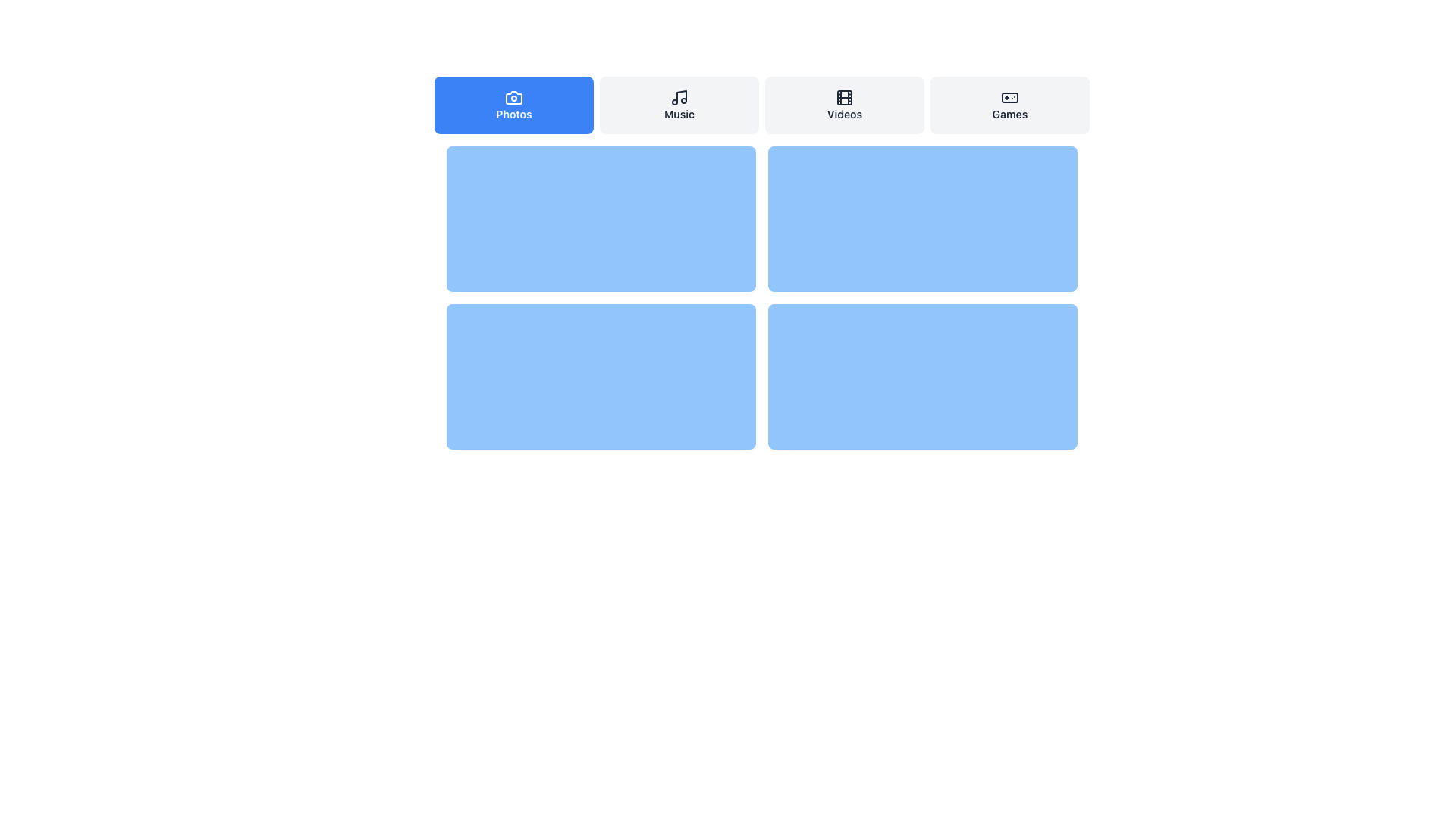 The width and height of the screenshot is (1456, 819). Describe the element at coordinates (843, 104) in the screenshot. I see `the 'Videos' button, which is a rectangular card with a light gray background, rounded corners, an icon of a film strip at the top, and the text 'Videos' centered below the icon` at that location.